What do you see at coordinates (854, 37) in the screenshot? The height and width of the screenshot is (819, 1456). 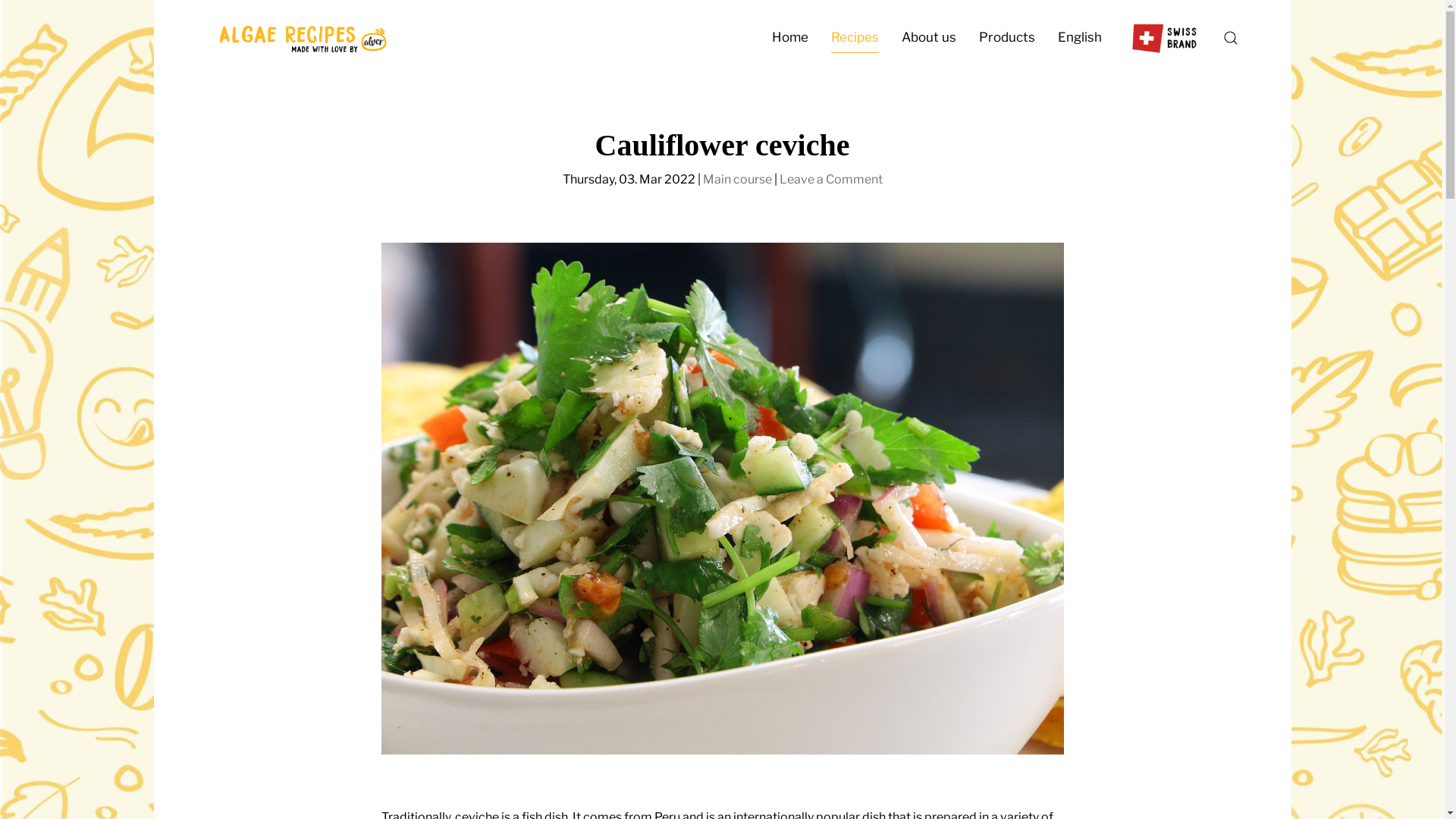 I see `'Recipes'` at bounding box center [854, 37].